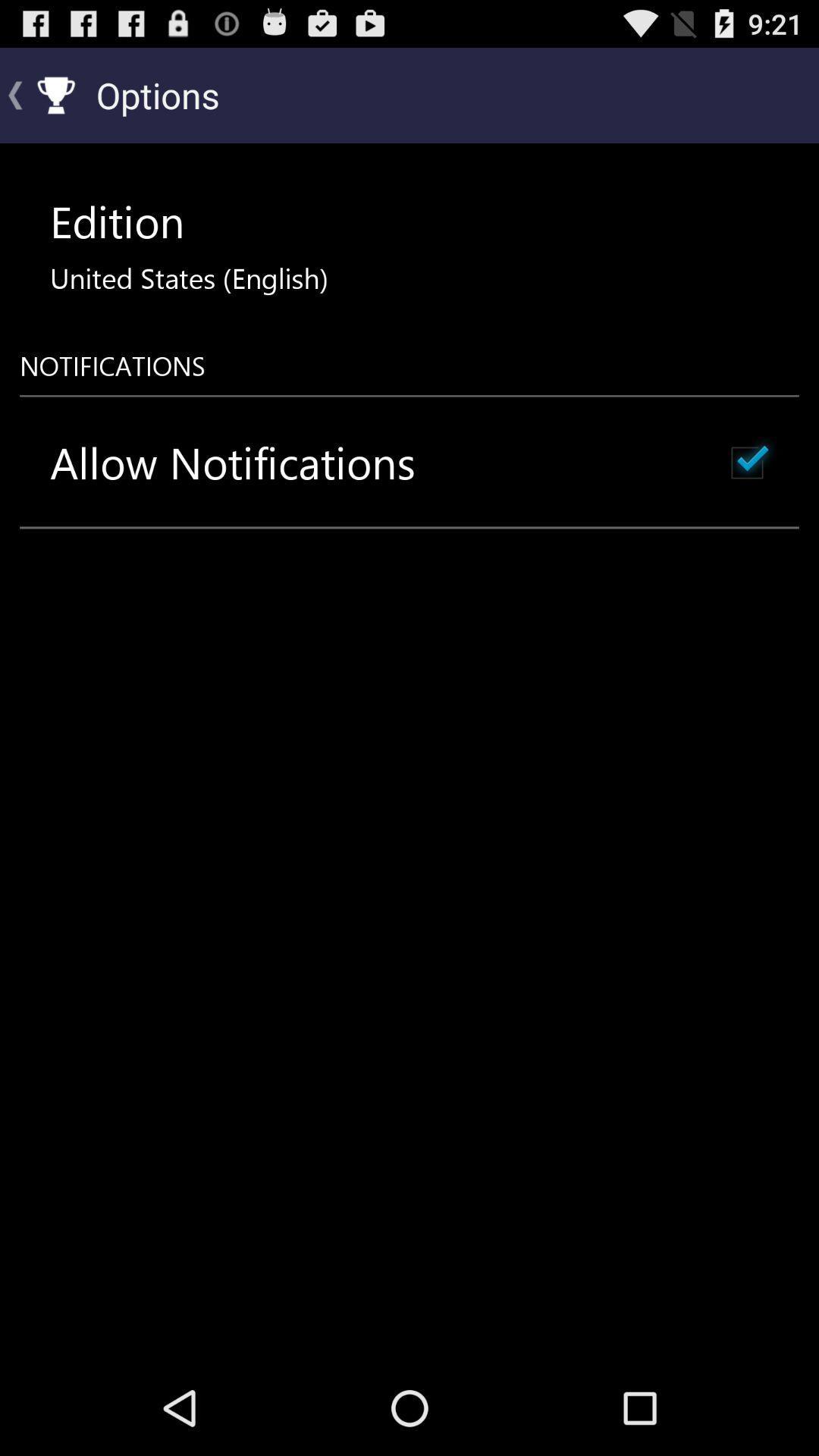  What do you see at coordinates (116, 221) in the screenshot?
I see `the edition item` at bounding box center [116, 221].